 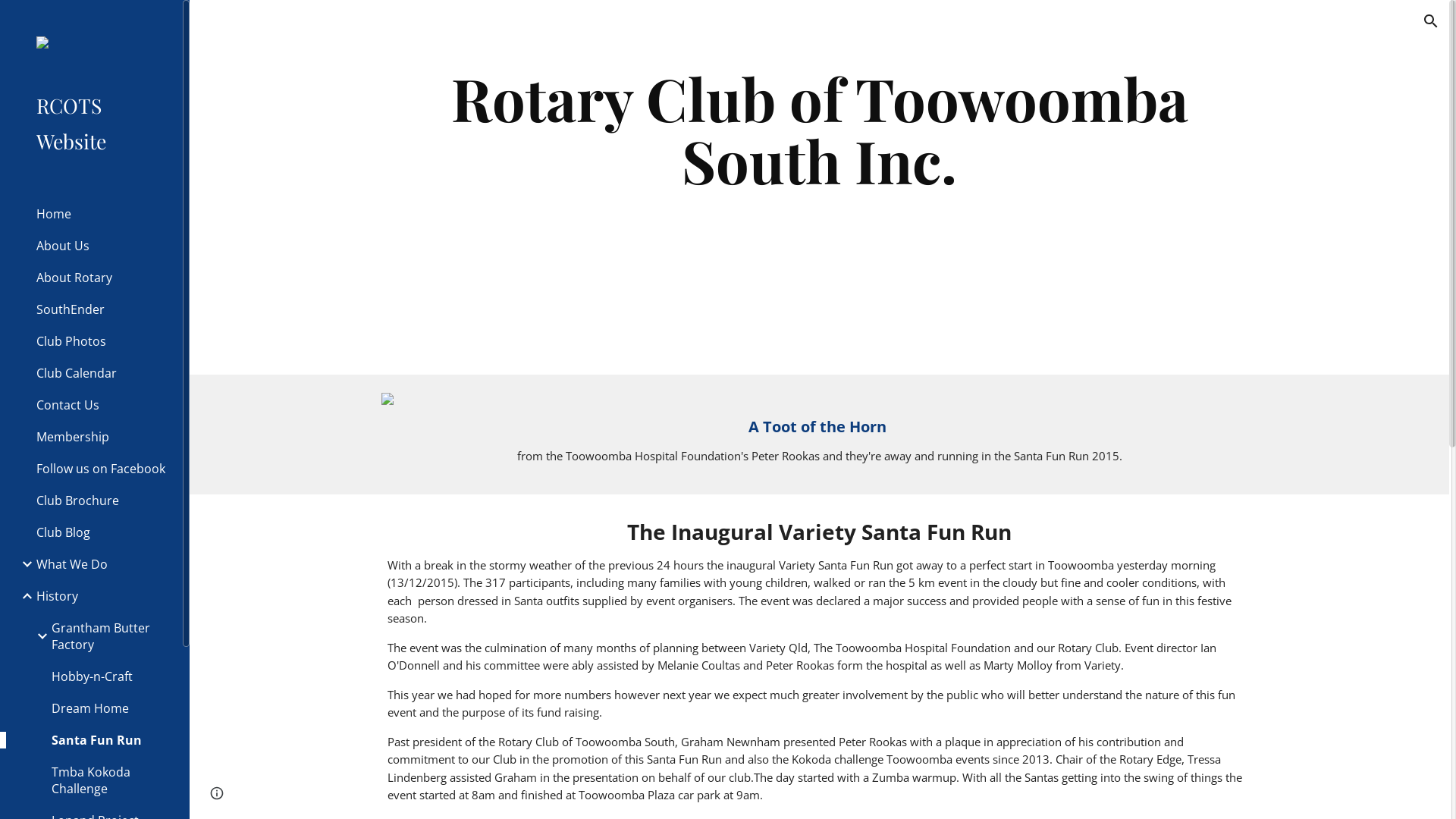 I want to click on 'Club Brochure', so click(x=102, y=500).